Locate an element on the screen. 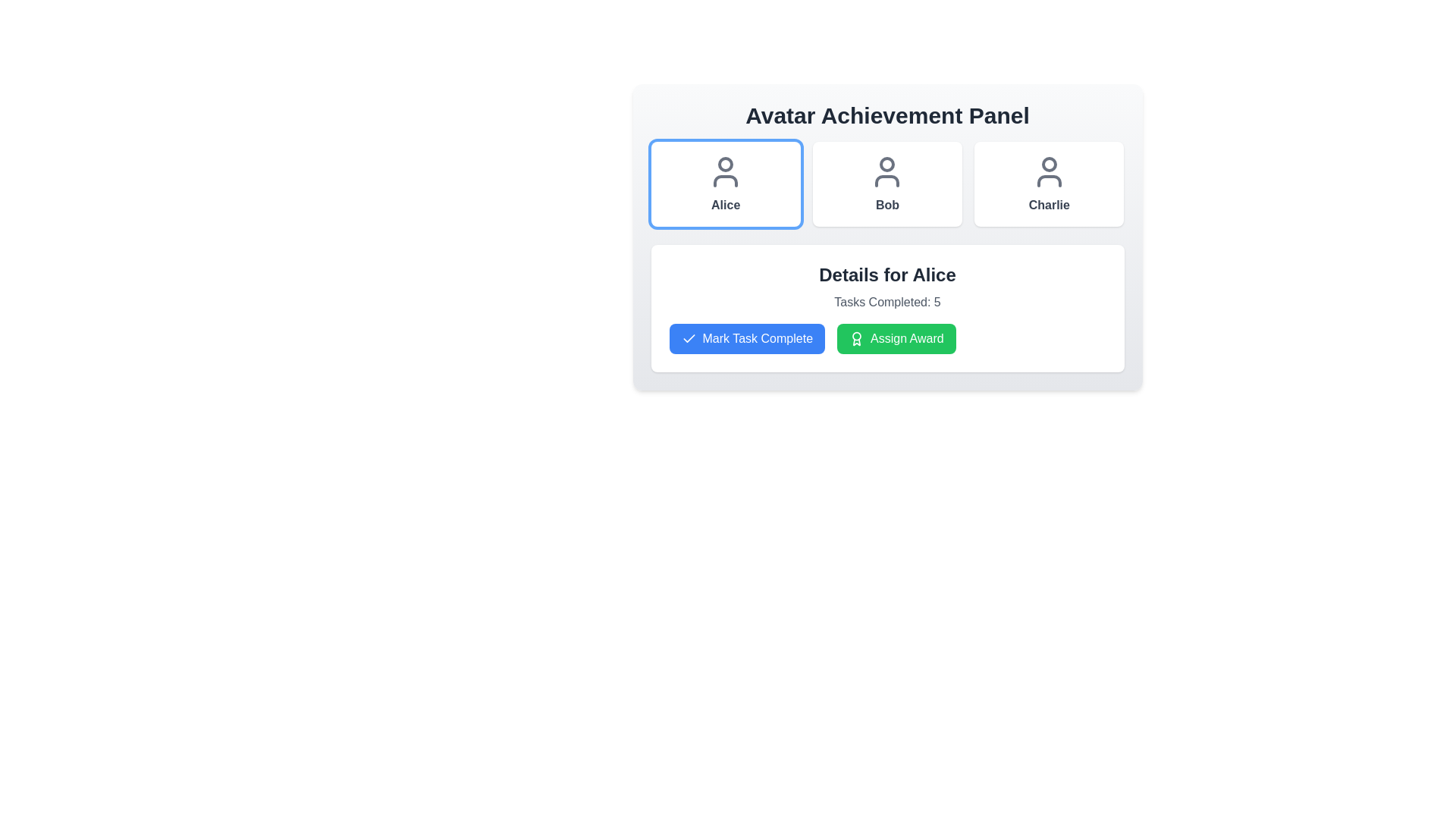 Image resolution: width=1456 pixels, height=819 pixels. the lower section of the avatar icon representing the user 'Alice', which is part of an SVG image situated within the user's card is located at coordinates (725, 180).